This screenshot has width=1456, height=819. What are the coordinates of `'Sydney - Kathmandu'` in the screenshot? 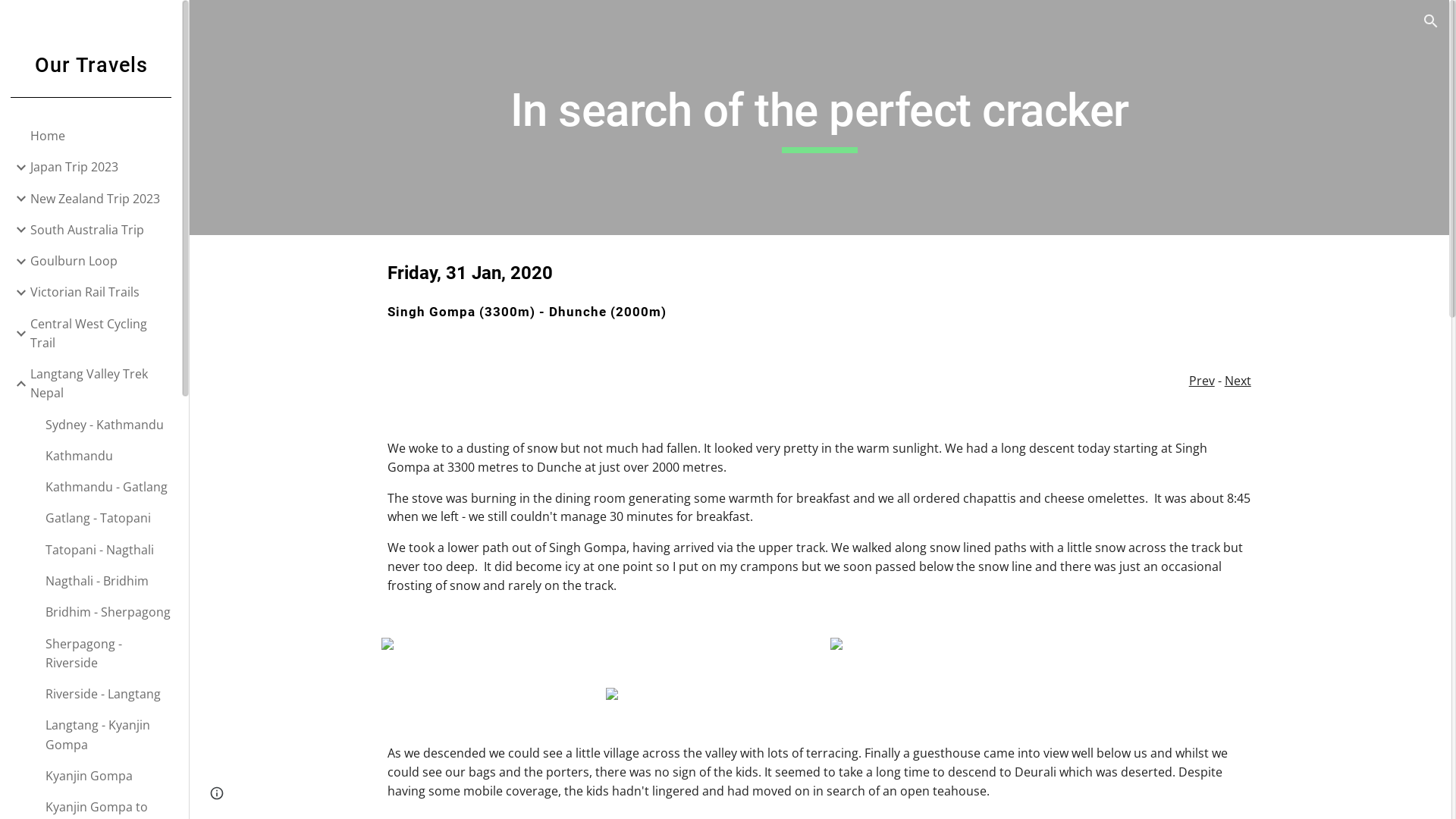 It's located at (107, 425).